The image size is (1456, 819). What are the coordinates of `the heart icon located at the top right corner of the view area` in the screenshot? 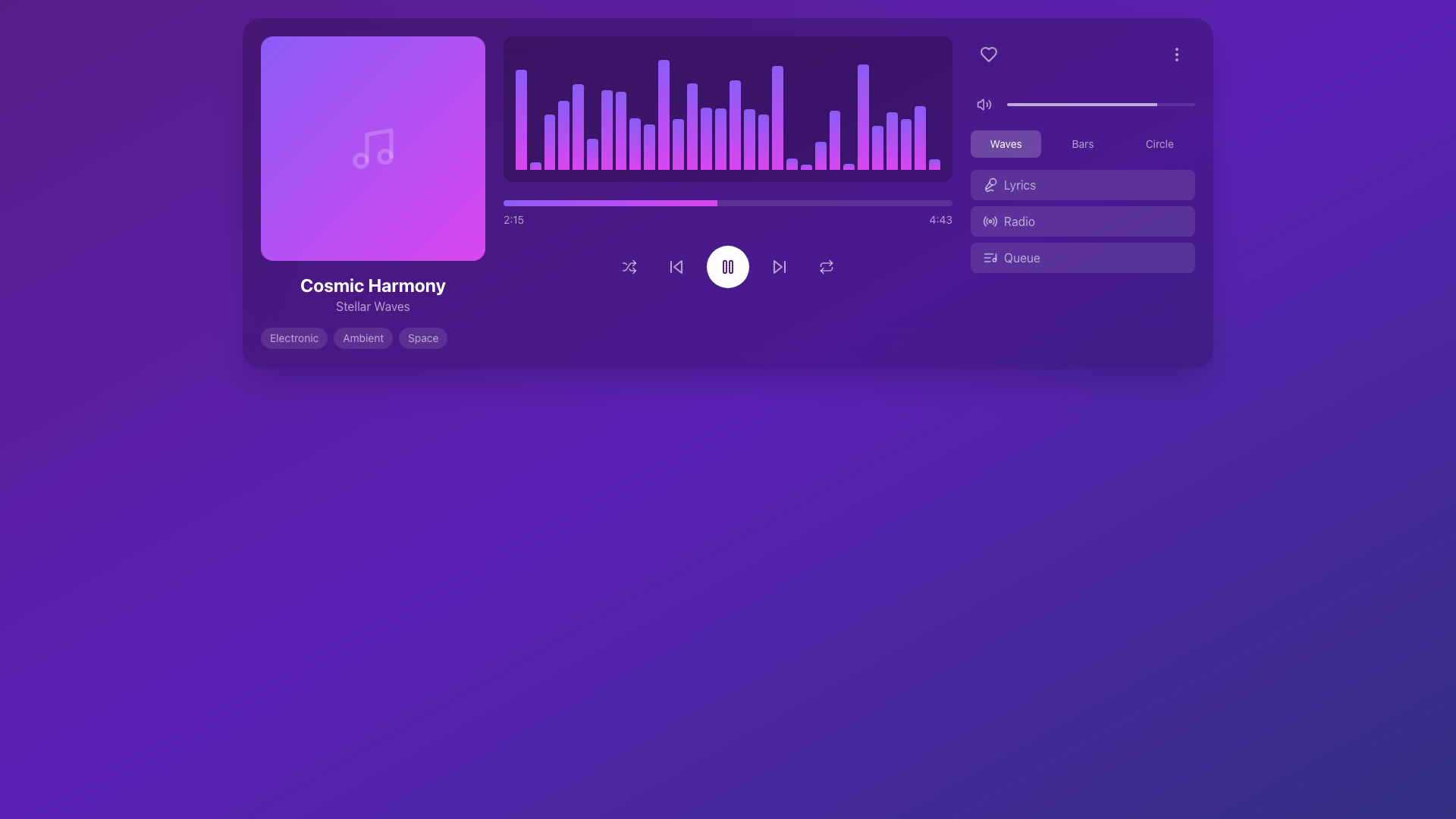 It's located at (989, 54).